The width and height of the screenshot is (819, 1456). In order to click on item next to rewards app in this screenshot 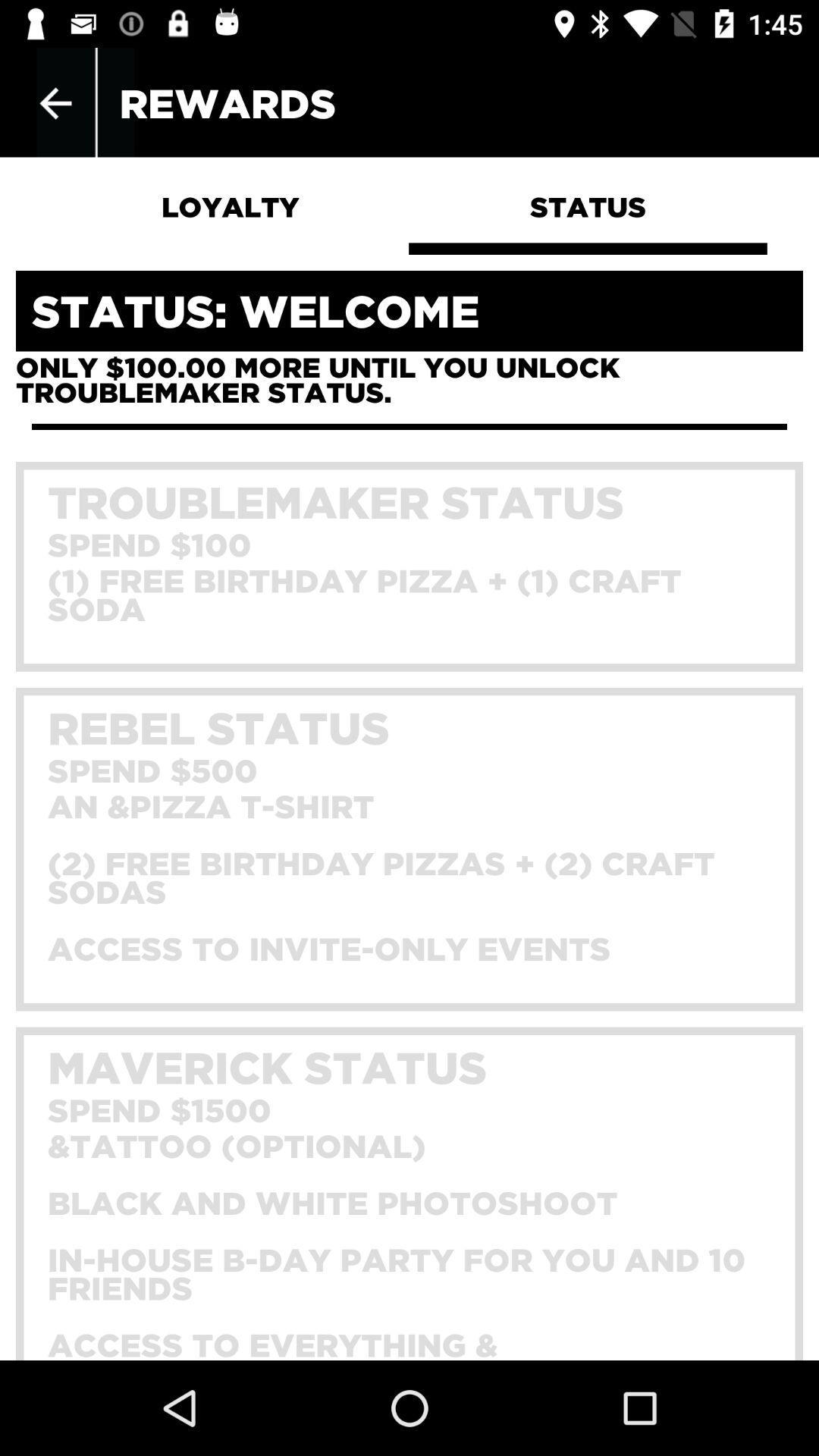, I will do `click(55, 102)`.